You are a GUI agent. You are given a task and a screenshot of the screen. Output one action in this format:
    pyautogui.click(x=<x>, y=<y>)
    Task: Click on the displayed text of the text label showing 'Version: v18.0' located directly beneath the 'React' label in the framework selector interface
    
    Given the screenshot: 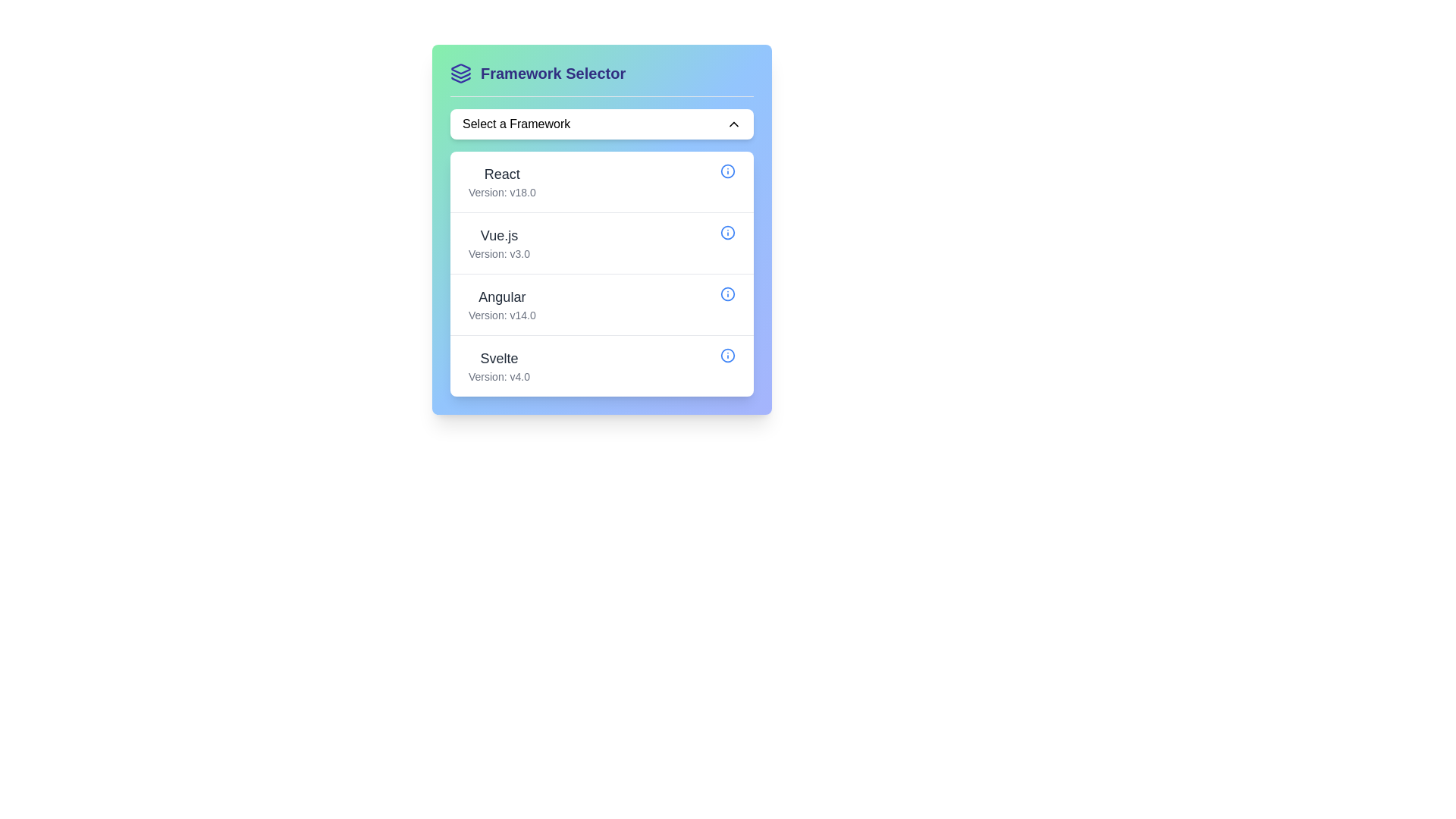 What is the action you would take?
    pyautogui.click(x=502, y=192)
    